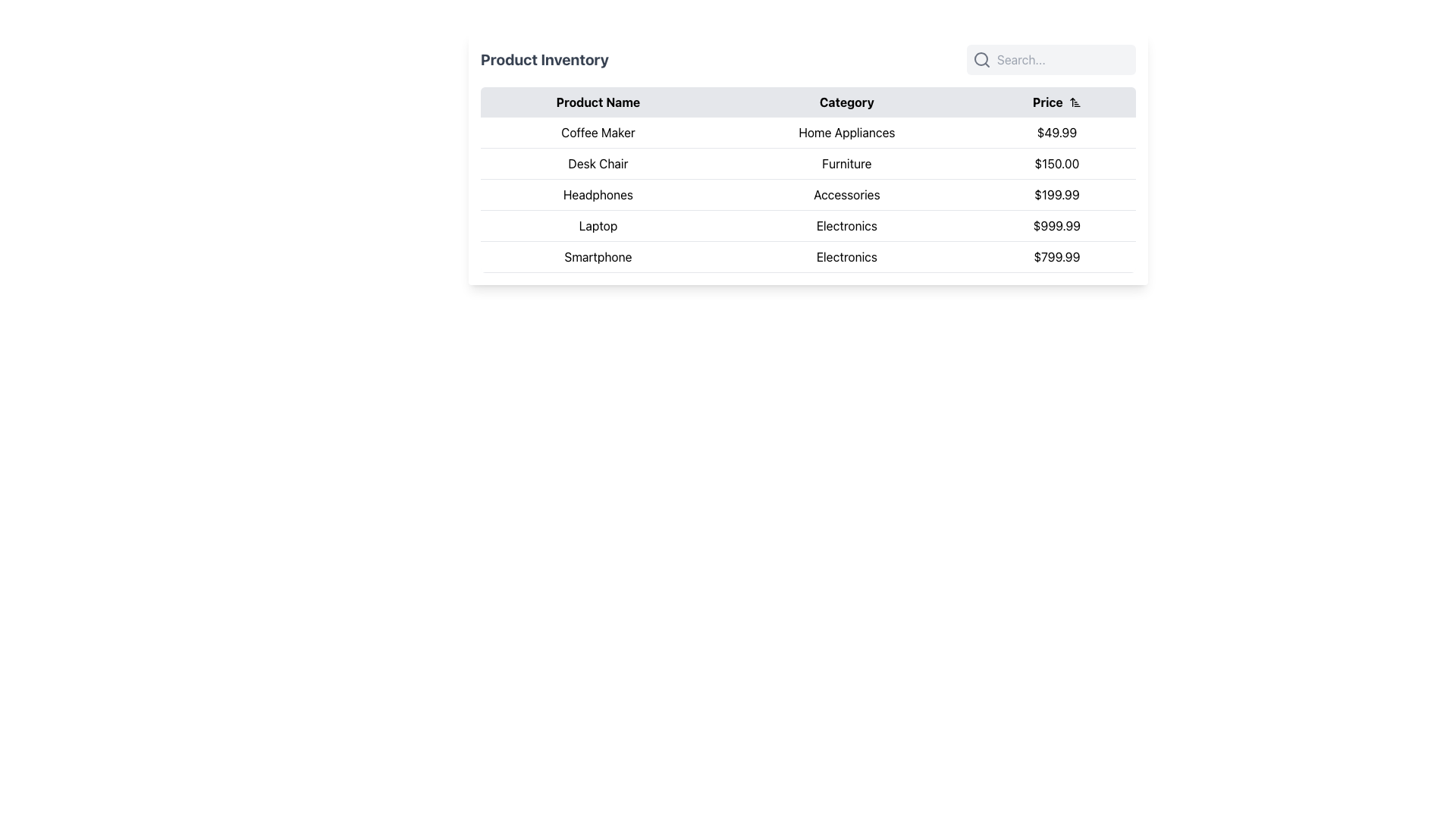  Describe the element at coordinates (1056, 132) in the screenshot. I see `the static price display for the Coffee Maker product, which is located in the last column of the table under 'Price'` at that location.